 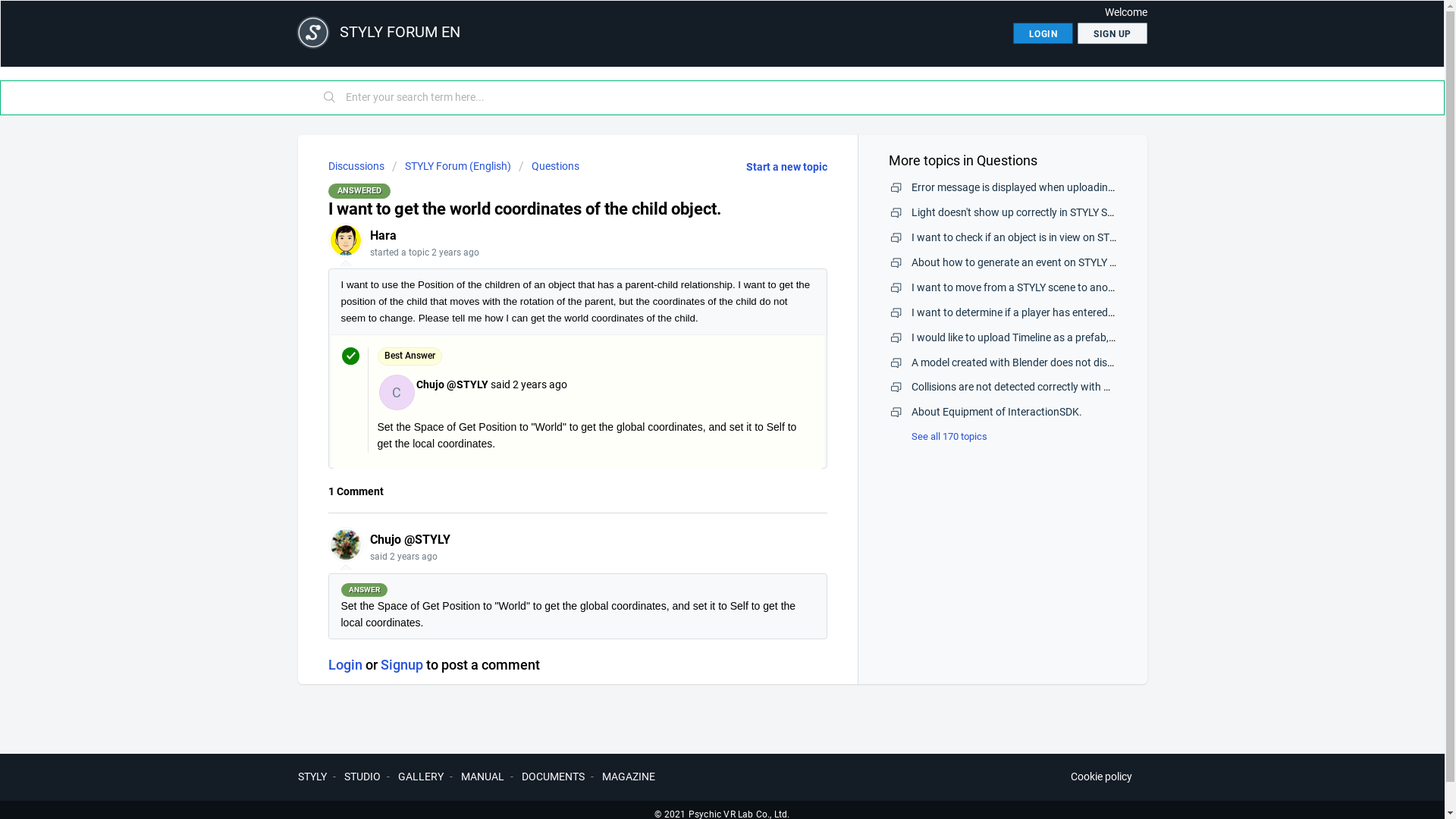 I want to click on 'DOCUMENTS', so click(x=552, y=776).